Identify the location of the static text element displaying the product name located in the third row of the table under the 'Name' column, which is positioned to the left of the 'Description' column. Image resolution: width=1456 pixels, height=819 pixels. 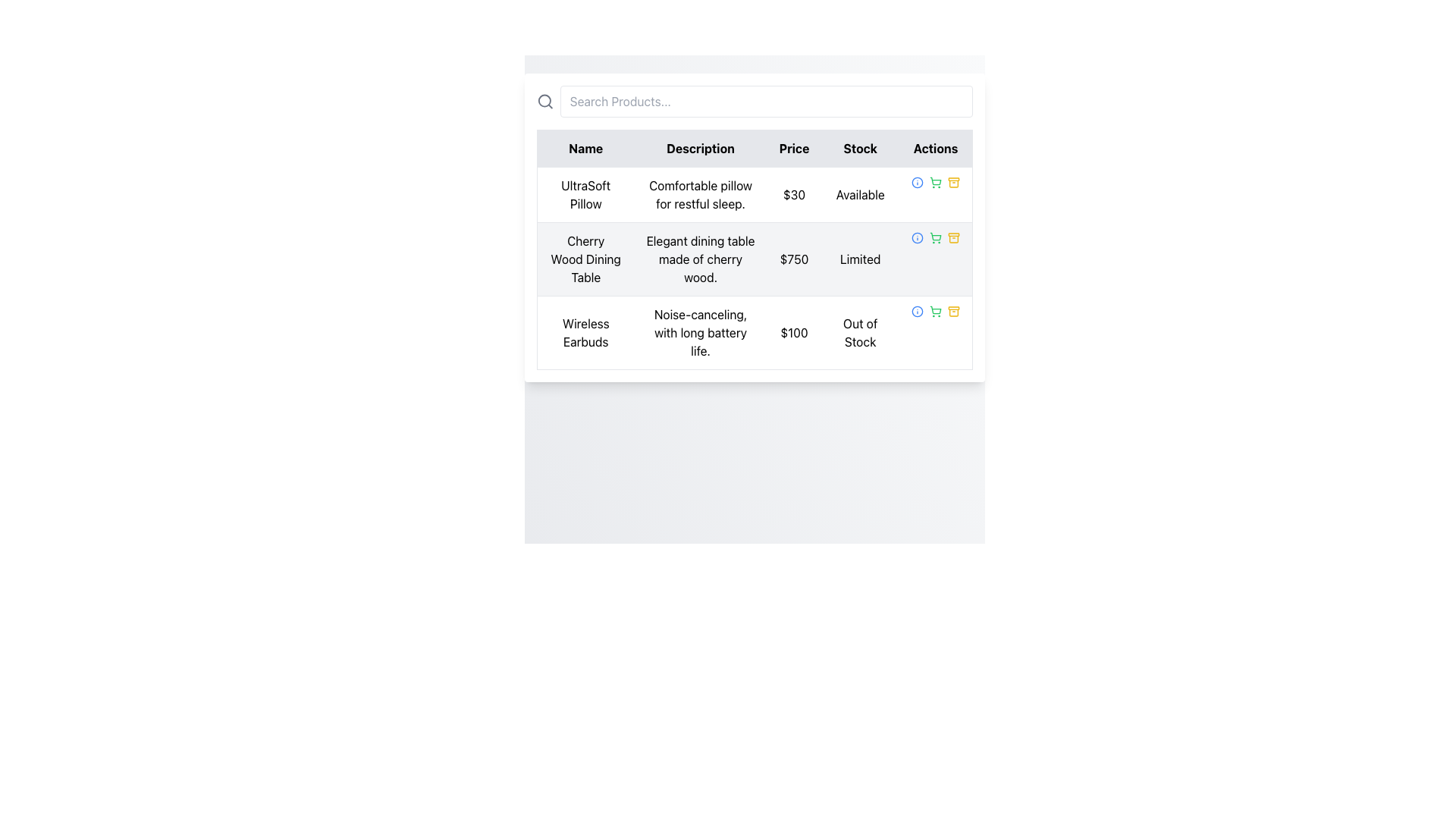
(585, 332).